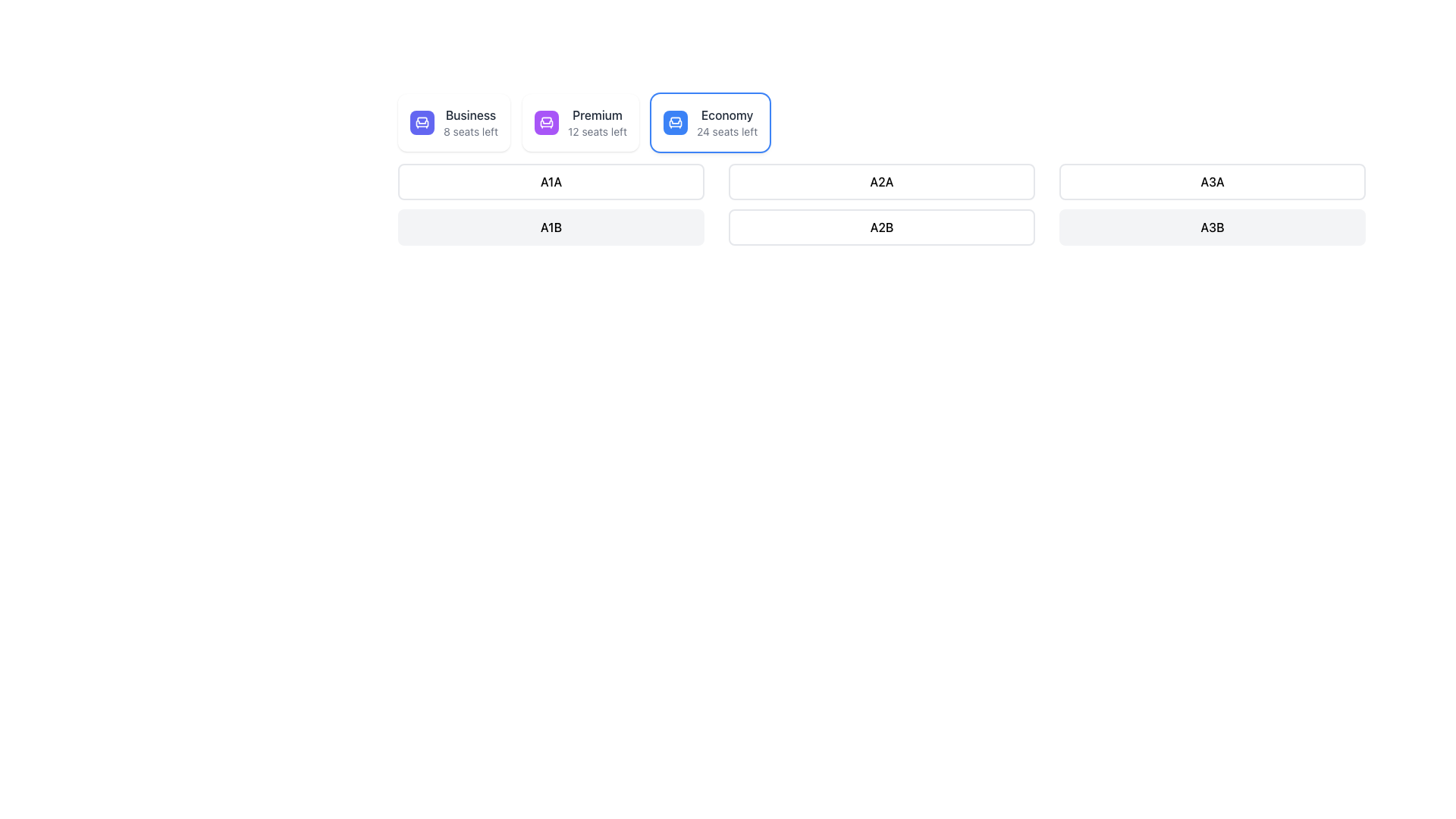 Image resolution: width=1456 pixels, height=819 pixels. What do you see at coordinates (726, 130) in the screenshot?
I see `the Text Label indicating remaining seat availability below the 'Economy' label` at bounding box center [726, 130].